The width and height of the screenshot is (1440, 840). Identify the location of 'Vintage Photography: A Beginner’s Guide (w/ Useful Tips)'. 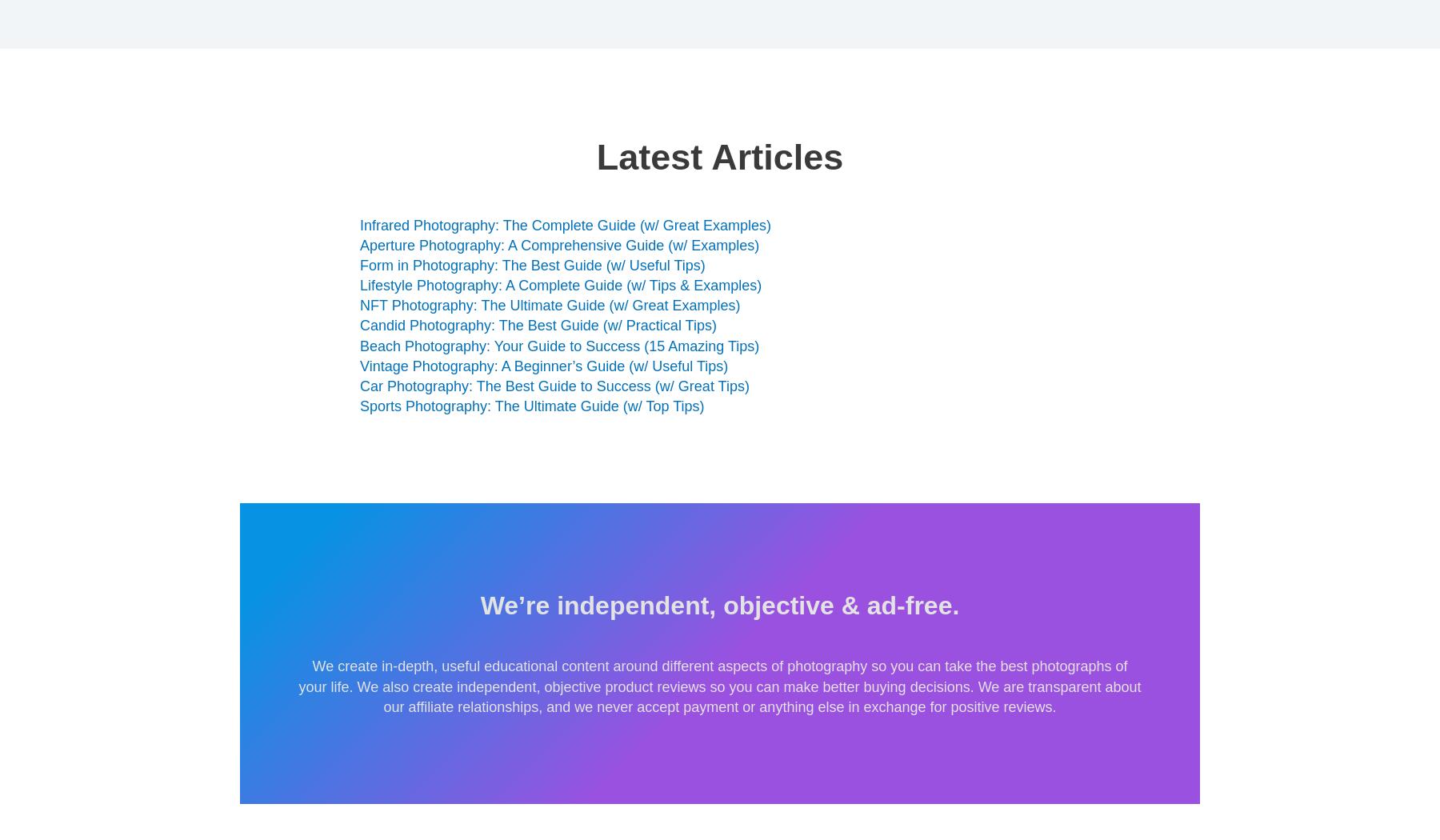
(543, 365).